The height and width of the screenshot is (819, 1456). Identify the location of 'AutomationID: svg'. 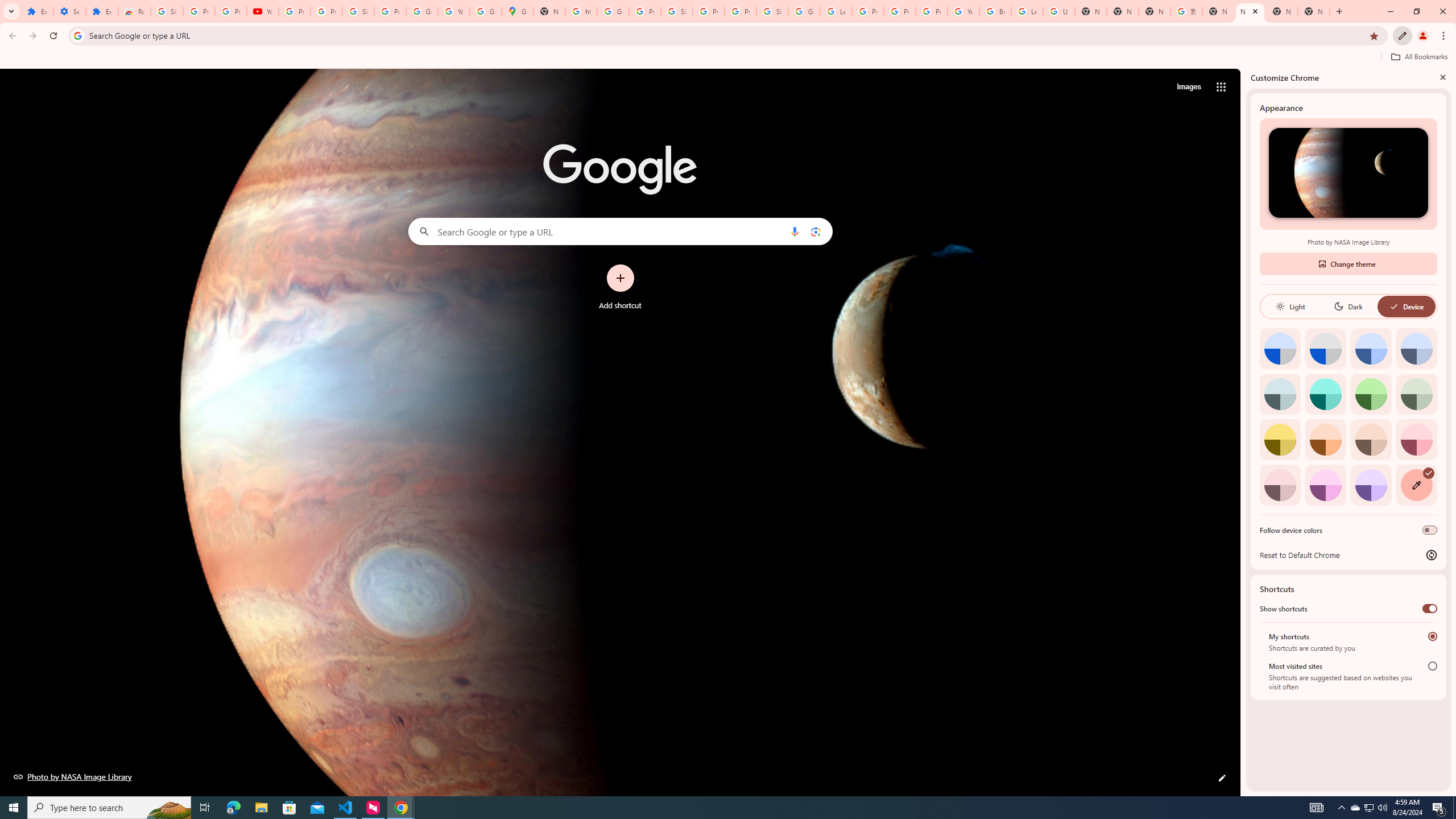
(1428, 473).